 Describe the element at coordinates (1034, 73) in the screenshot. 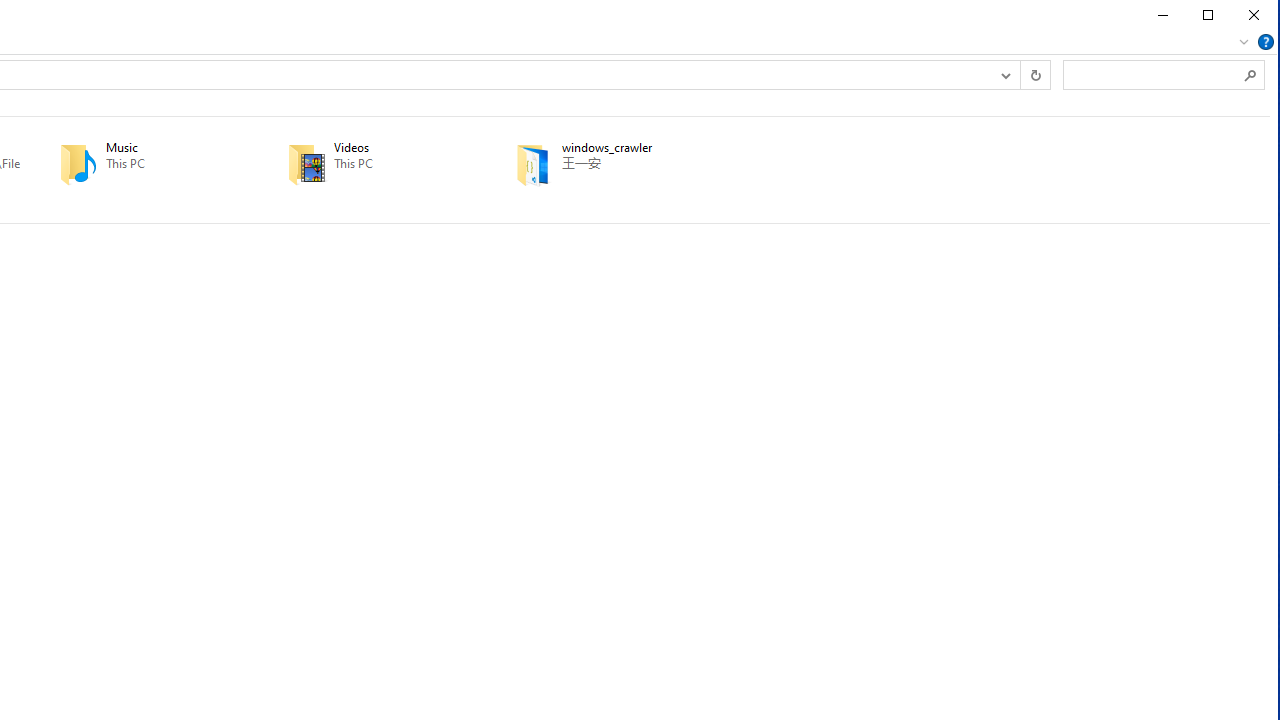

I see `'Refresh "Quick access" (F5)'` at that location.